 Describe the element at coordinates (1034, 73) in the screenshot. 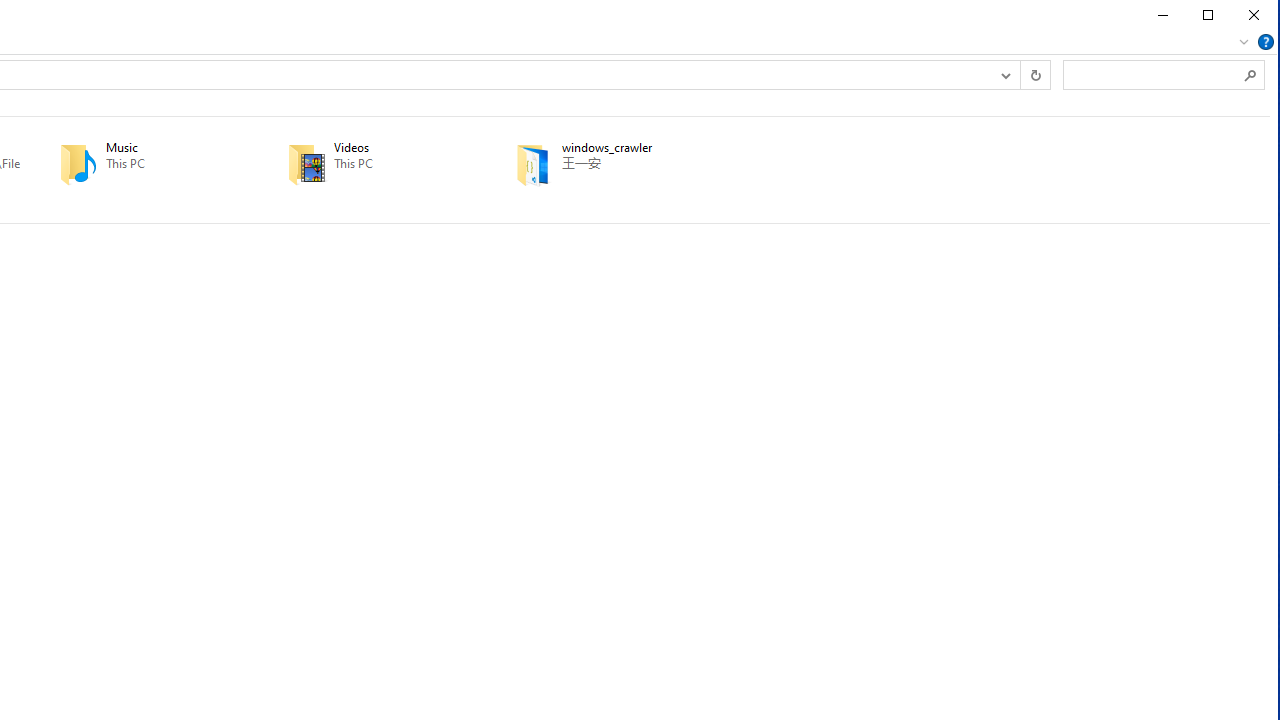

I see `'Refresh "Quick access" (F5)'` at that location.